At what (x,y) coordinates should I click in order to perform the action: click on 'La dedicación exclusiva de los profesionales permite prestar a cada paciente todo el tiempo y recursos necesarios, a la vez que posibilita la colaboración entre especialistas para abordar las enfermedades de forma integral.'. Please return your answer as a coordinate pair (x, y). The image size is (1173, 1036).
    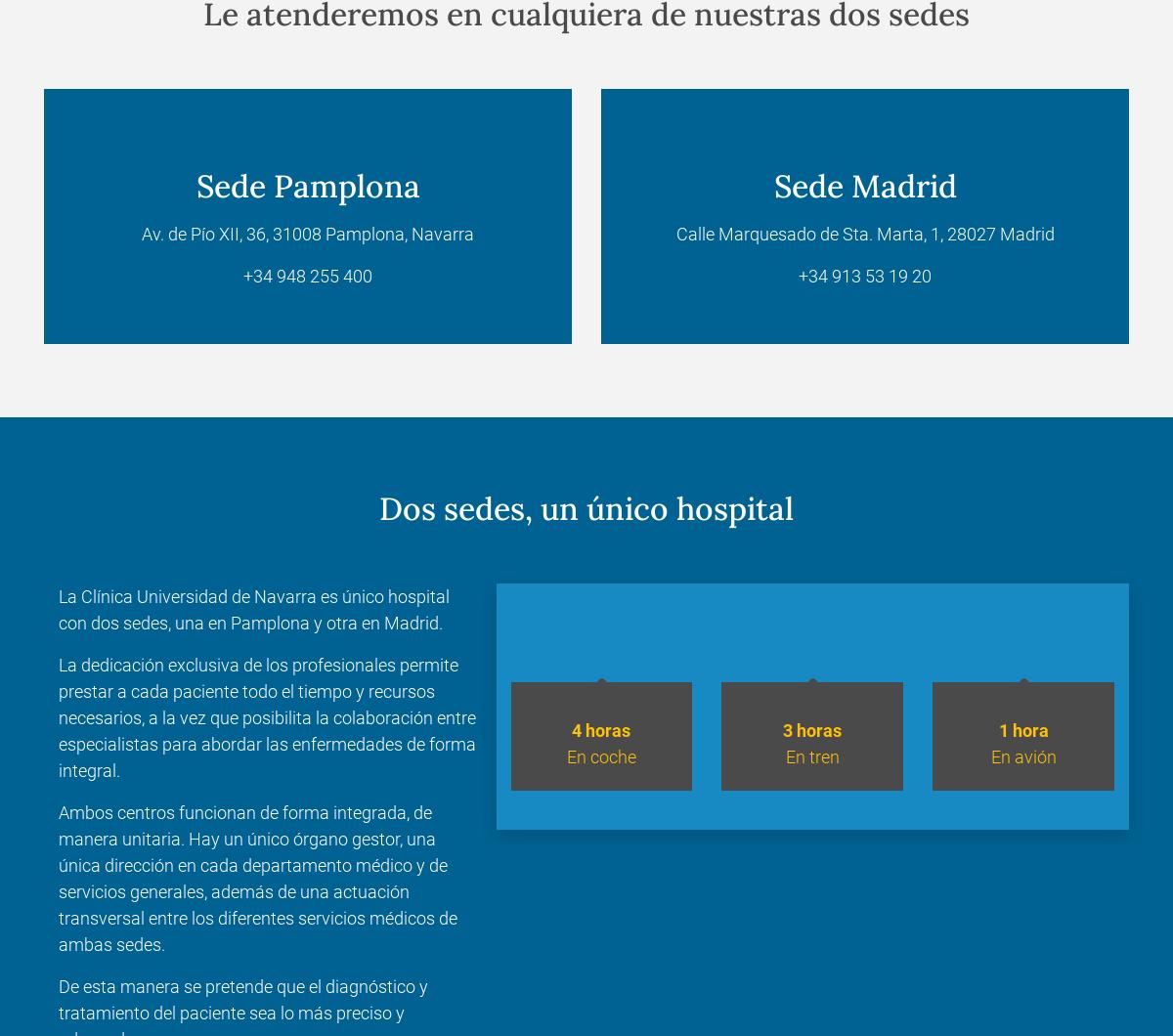
    Looking at the image, I should click on (266, 715).